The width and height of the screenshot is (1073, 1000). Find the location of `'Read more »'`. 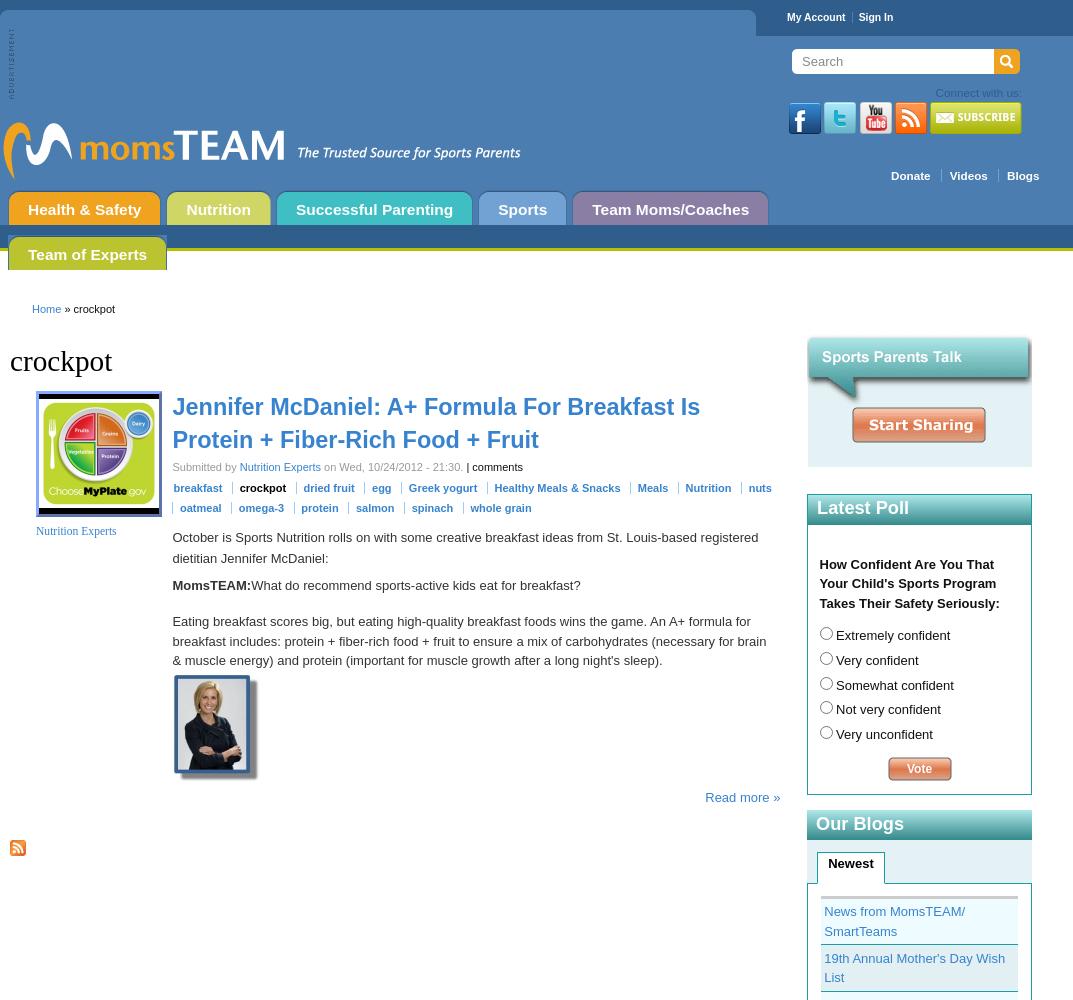

'Read more »' is located at coordinates (741, 797).